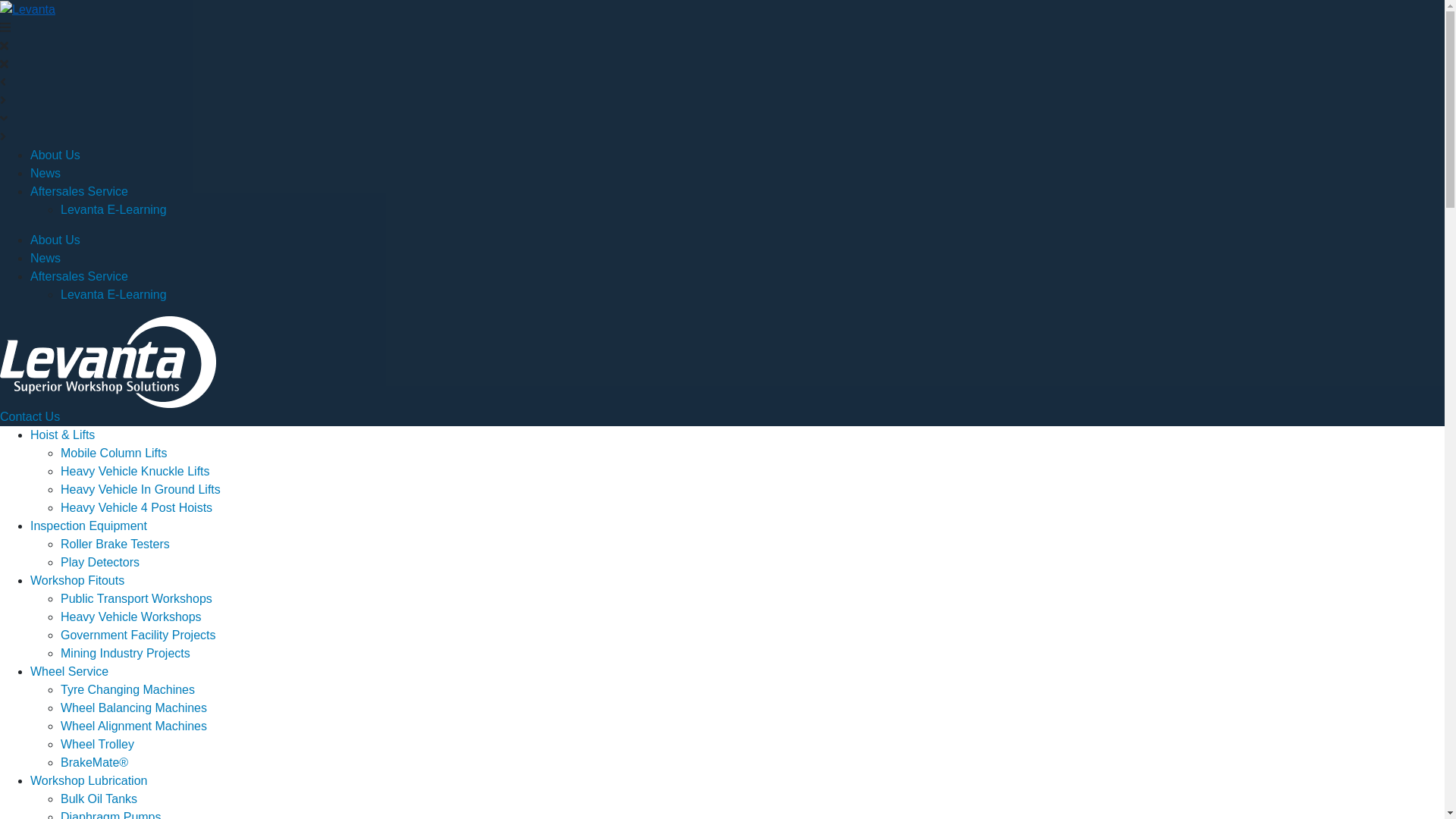 Image resolution: width=1456 pixels, height=819 pixels. What do you see at coordinates (61, 725) in the screenshot?
I see `'Wheel Alignment Machines'` at bounding box center [61, 725].